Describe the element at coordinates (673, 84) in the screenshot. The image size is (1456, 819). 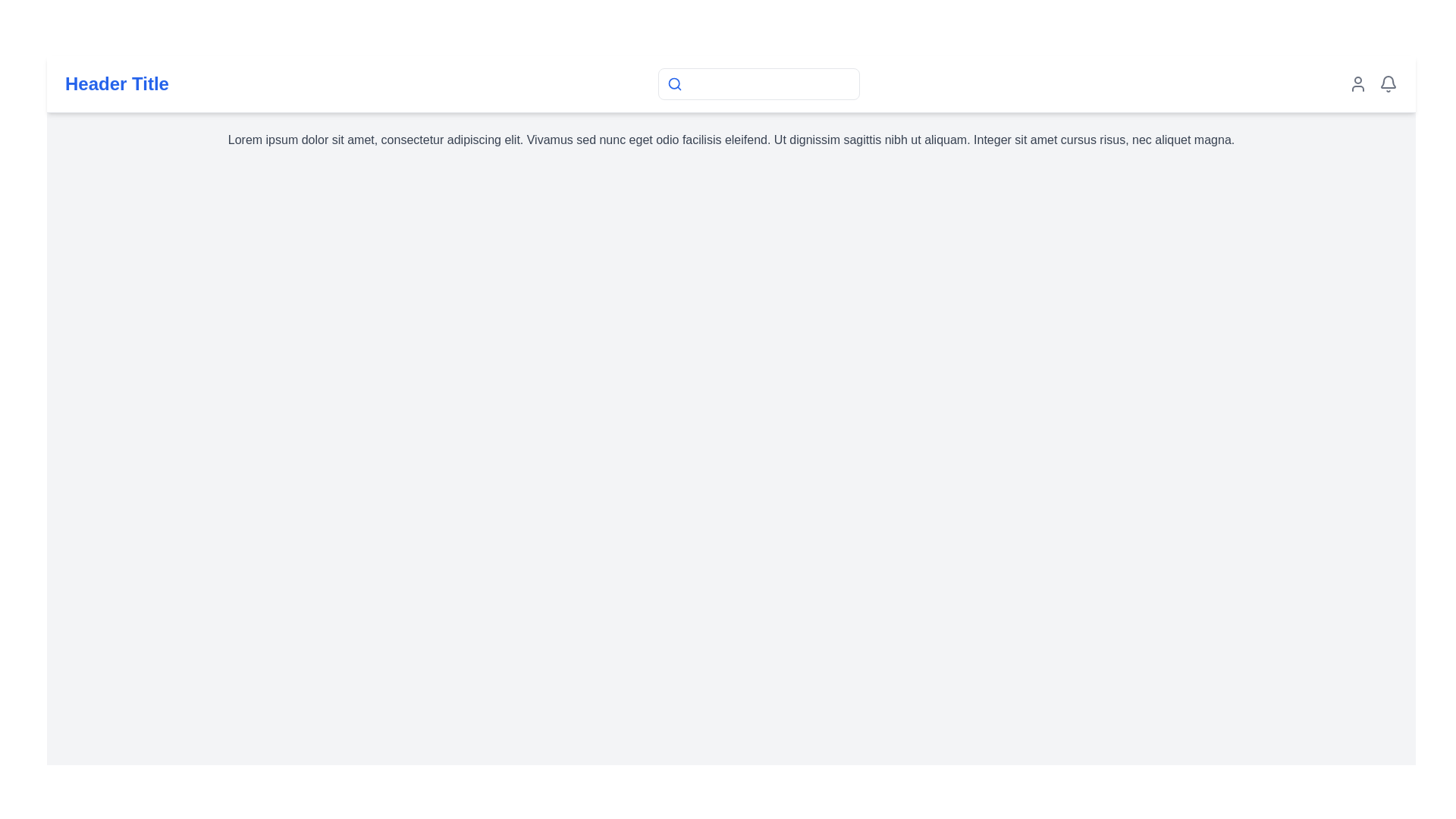
I see `the blue magnifying glass icon located on the left side of the search input field at the top center of the layout` at that location.